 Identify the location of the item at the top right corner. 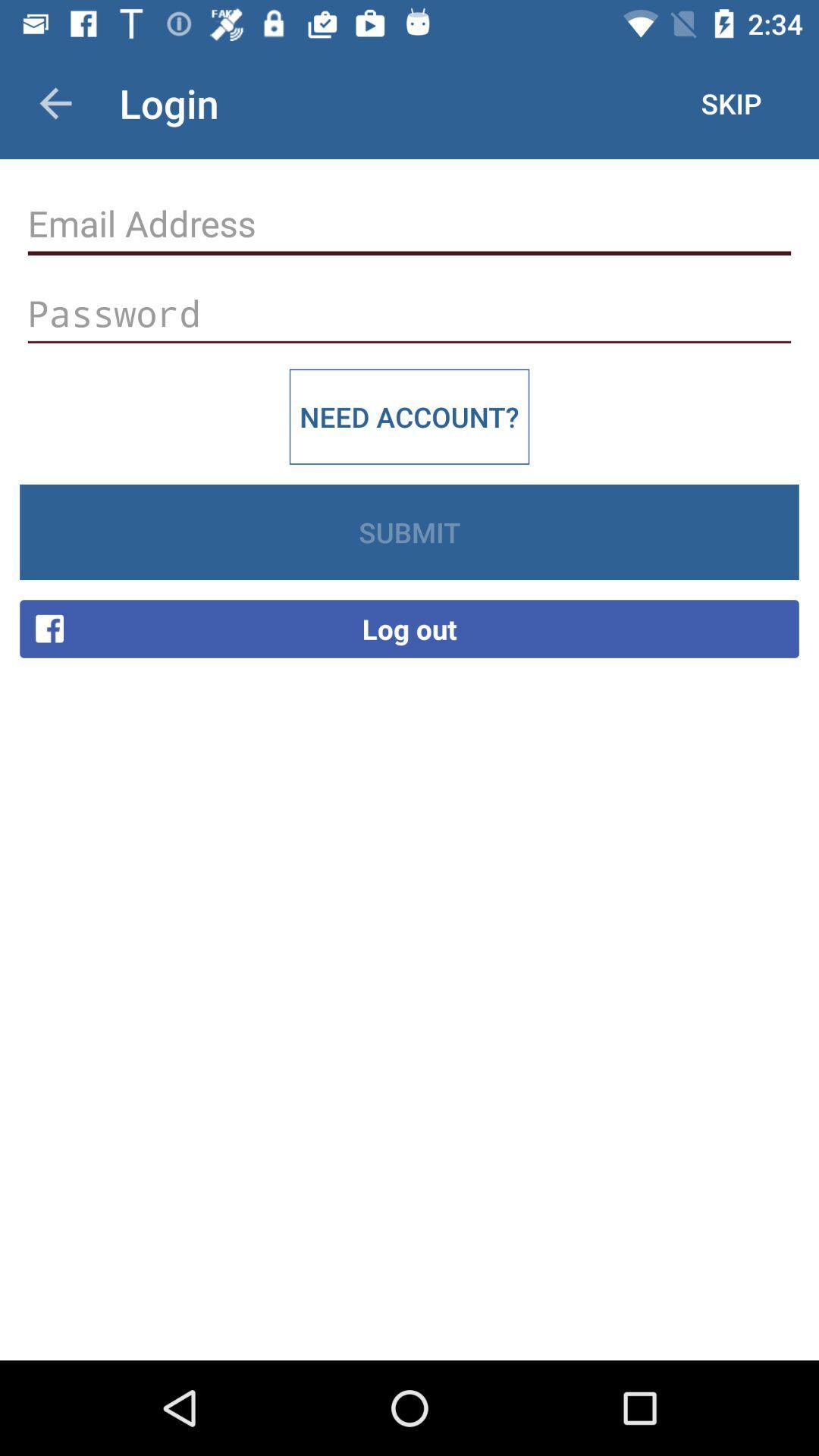
(730, 102).